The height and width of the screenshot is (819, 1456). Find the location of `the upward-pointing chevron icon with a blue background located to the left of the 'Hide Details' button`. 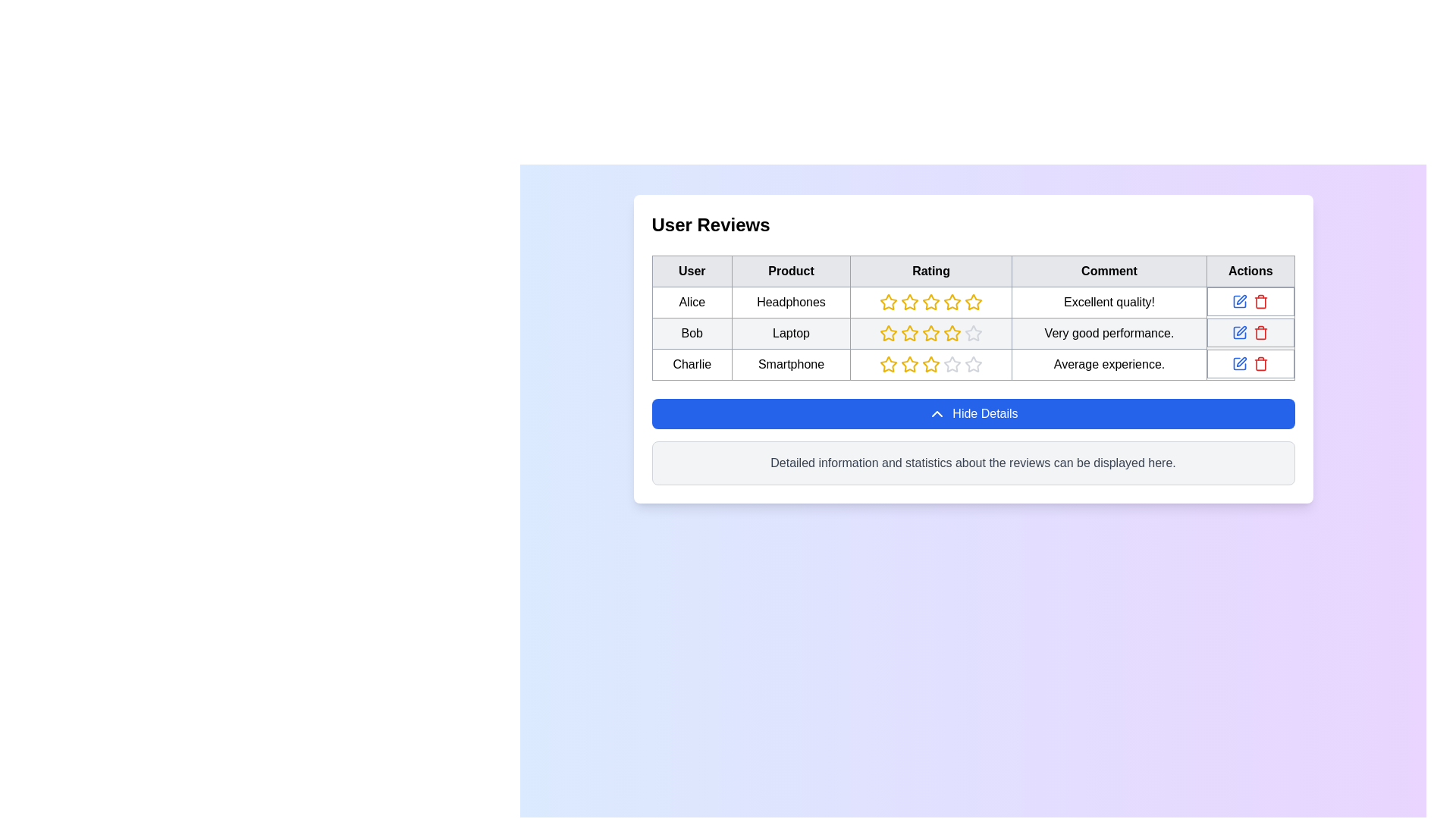

the upward-pointing chevron icon with a blue background located to the left of the 'Hide Details' button is located at coordinates (937, 414).